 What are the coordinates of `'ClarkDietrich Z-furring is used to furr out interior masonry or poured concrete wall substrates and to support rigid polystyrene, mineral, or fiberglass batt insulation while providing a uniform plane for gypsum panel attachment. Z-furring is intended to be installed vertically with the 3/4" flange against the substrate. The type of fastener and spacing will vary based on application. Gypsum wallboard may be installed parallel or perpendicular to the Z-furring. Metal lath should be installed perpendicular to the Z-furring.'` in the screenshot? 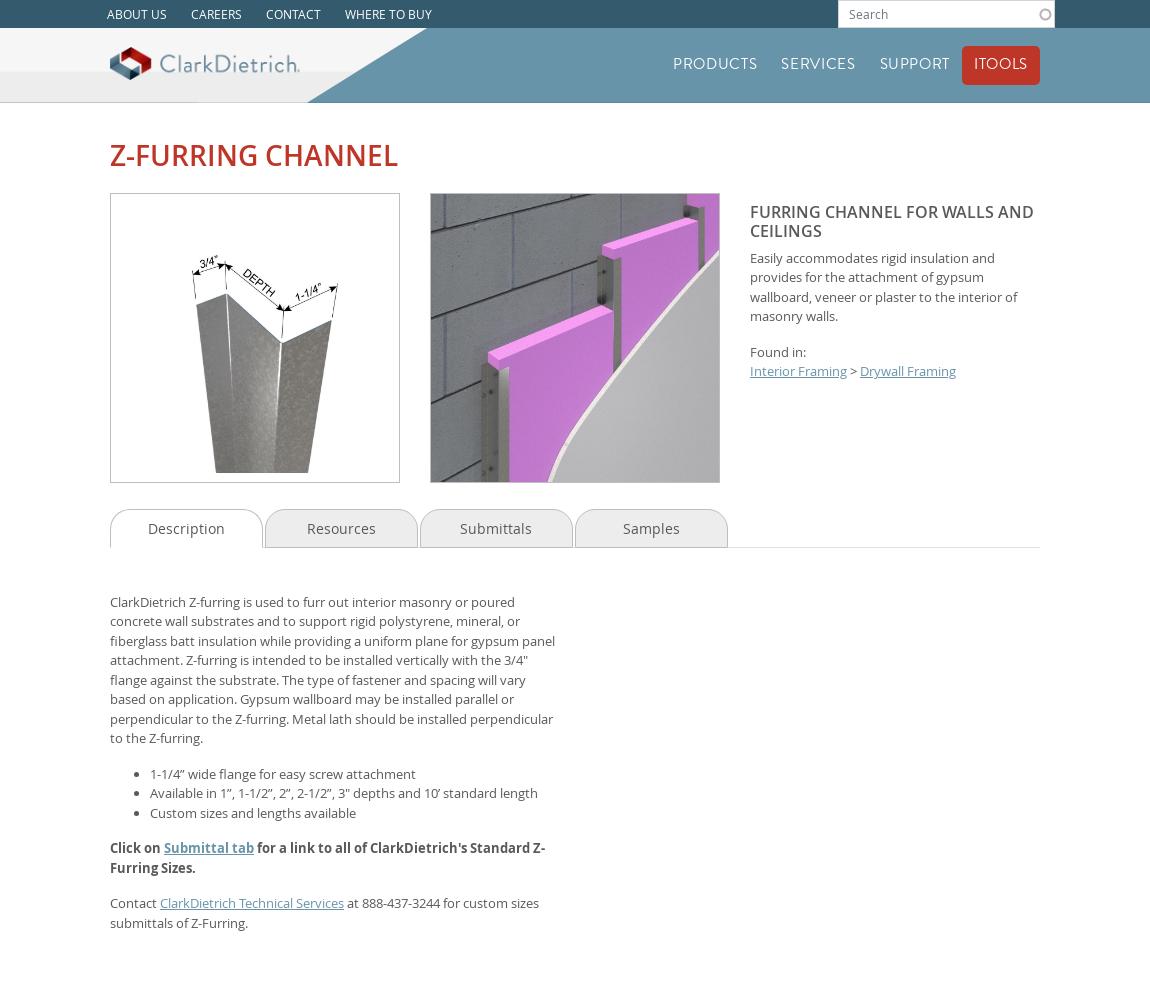 It's located at (332, 669).